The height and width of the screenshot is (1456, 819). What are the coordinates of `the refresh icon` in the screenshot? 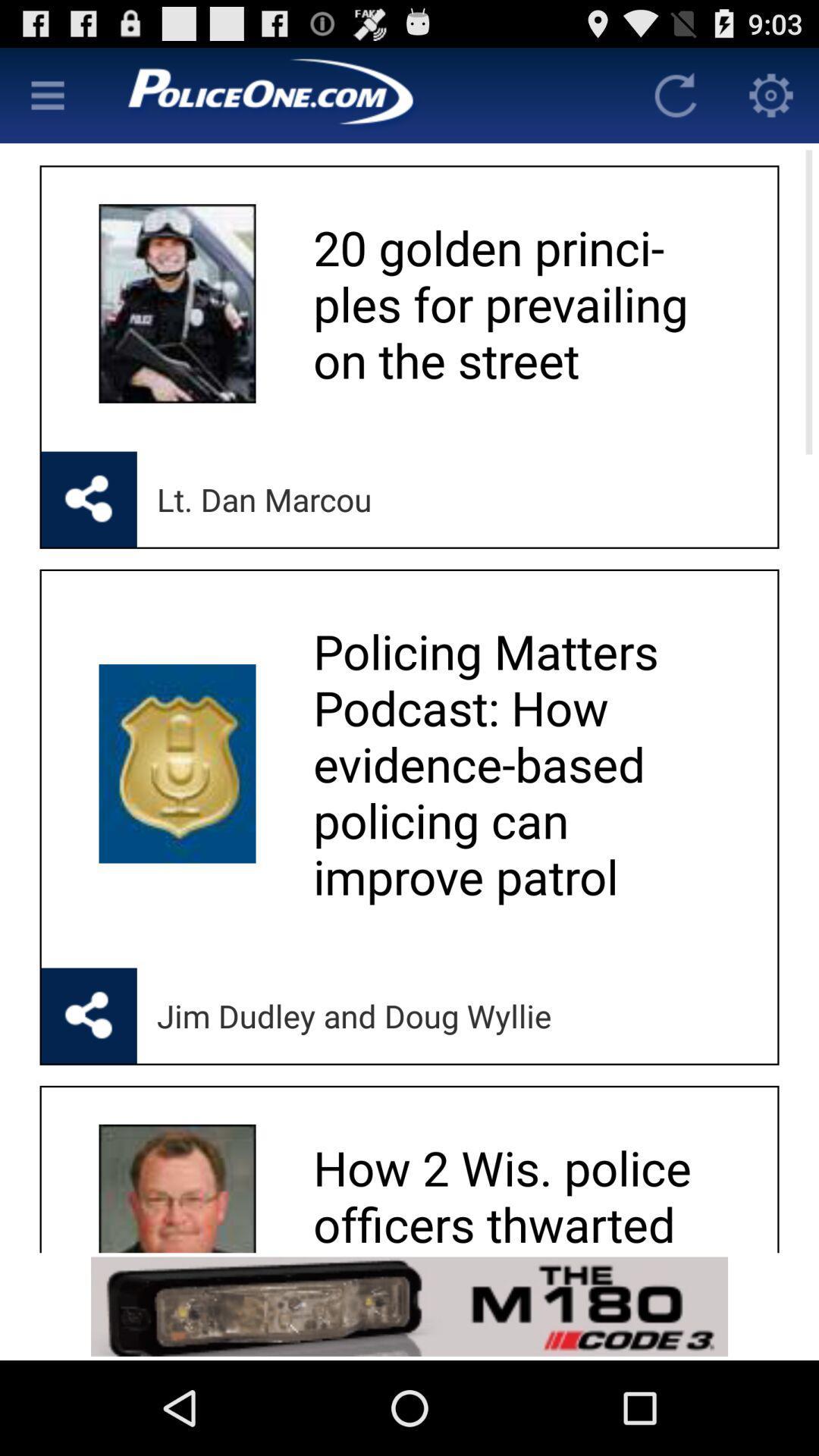 It's located at (675, 101).